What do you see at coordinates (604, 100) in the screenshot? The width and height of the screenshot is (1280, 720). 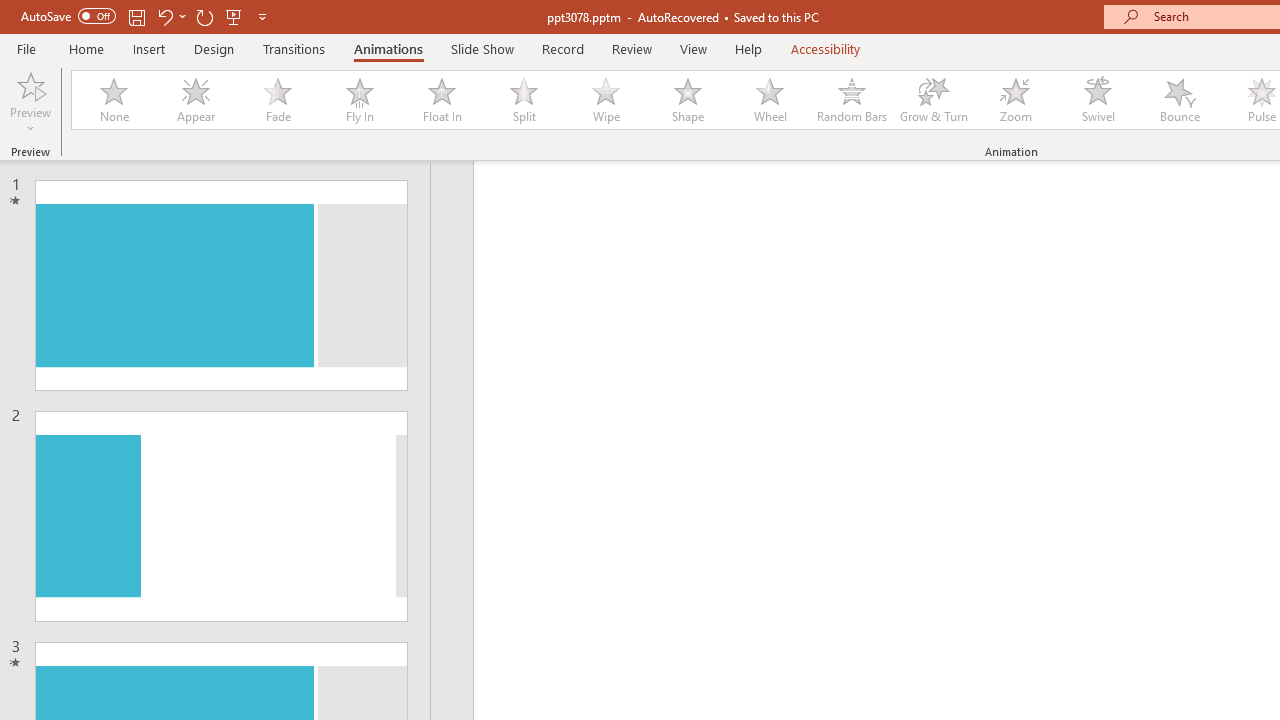 I see `'Wipe'` at bounding box center [604, 100].